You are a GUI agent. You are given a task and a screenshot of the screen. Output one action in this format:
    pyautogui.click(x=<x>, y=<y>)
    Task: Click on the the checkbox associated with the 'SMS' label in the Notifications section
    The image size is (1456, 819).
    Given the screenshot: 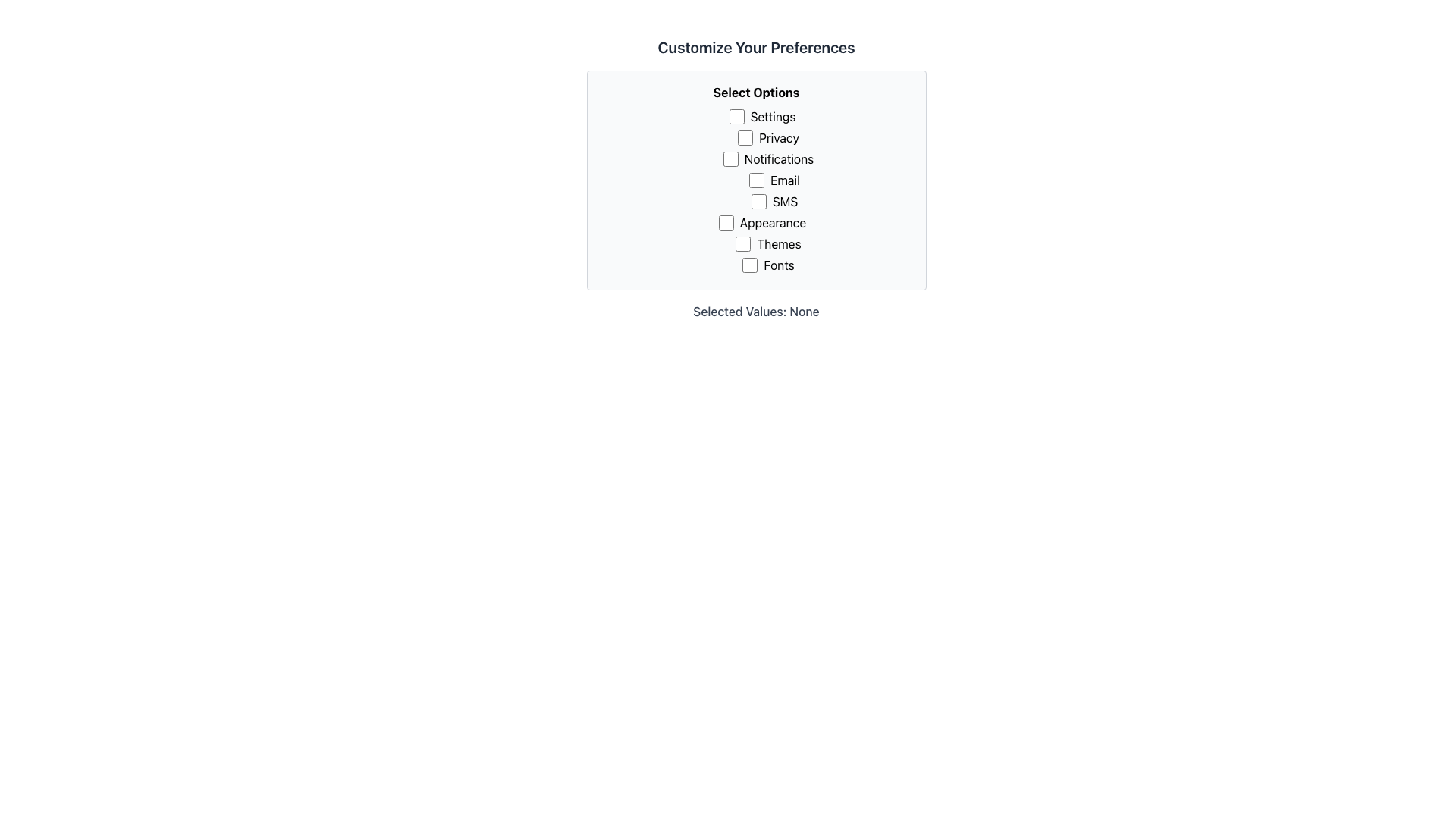 What is the action you would take?
    pyautogui.click(x=774, y=201)
    